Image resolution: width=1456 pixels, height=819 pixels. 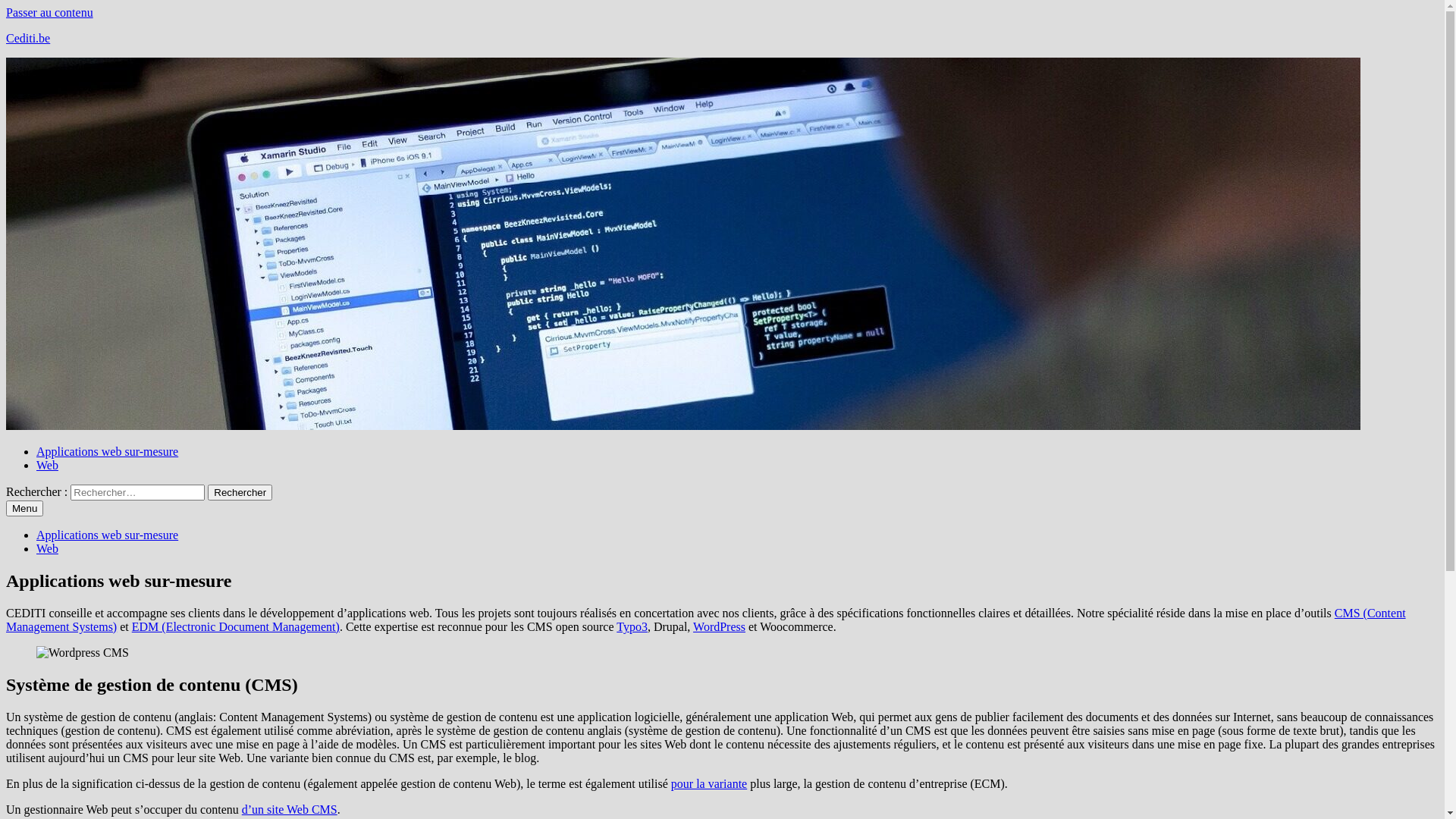 What do you see at coordinates (47, 464) in the screenshot?
I see `'Web'` at bounding box center [47, 464].